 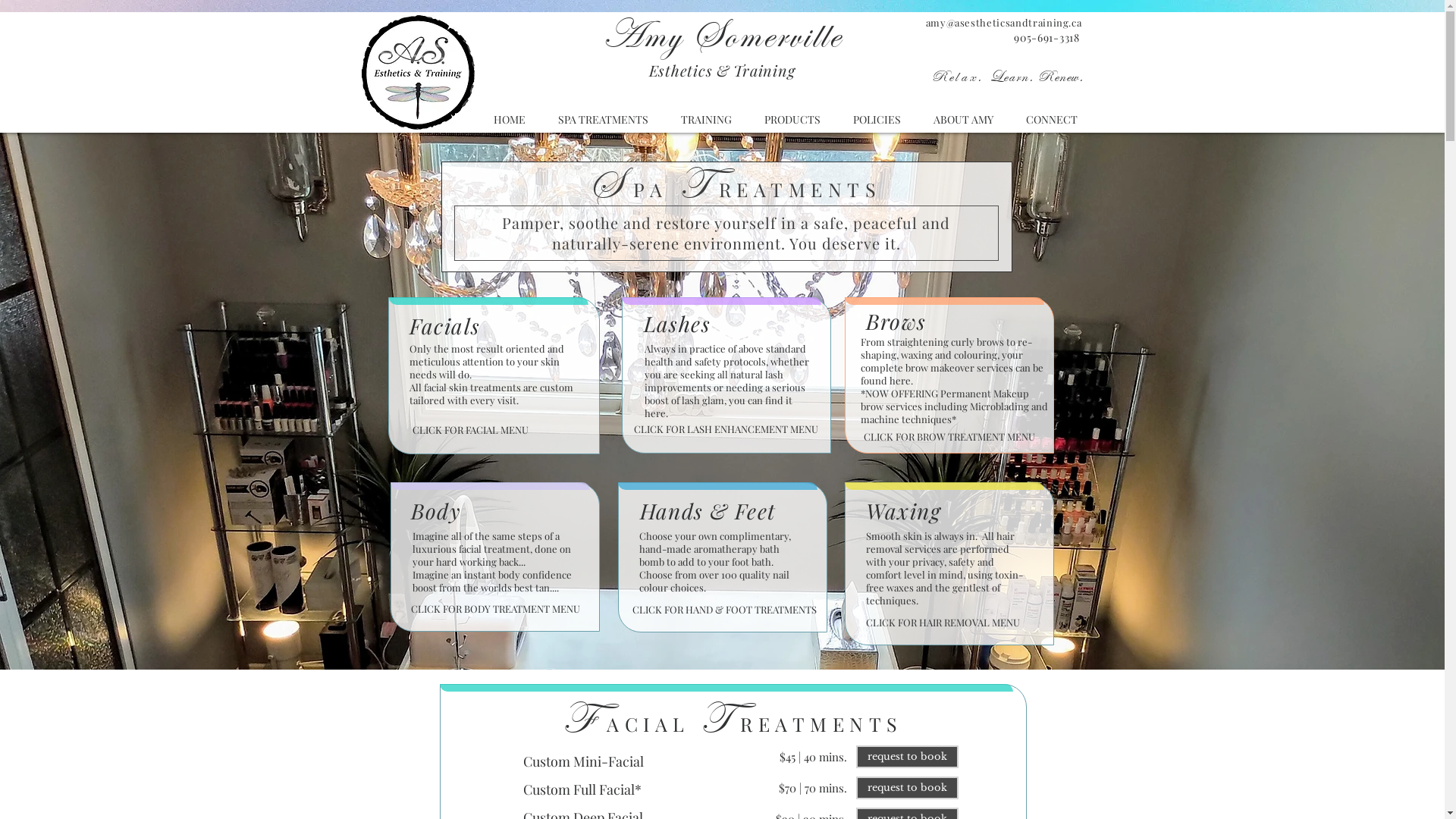 What do you see at coordinates (602, 118) in the screenshot?
I see `'SPA TREATMENTS'` at bounding box center [602, 118].